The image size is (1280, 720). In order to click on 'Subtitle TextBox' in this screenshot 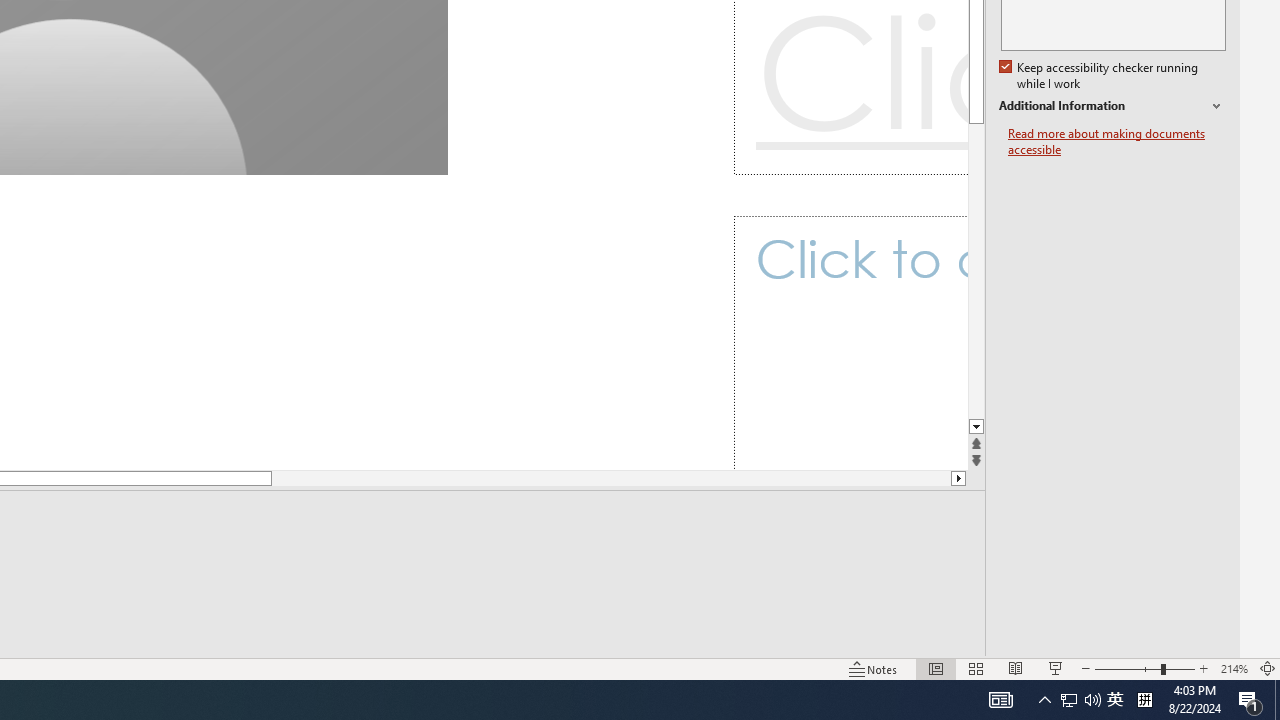, I will do `click(850, 342)`.